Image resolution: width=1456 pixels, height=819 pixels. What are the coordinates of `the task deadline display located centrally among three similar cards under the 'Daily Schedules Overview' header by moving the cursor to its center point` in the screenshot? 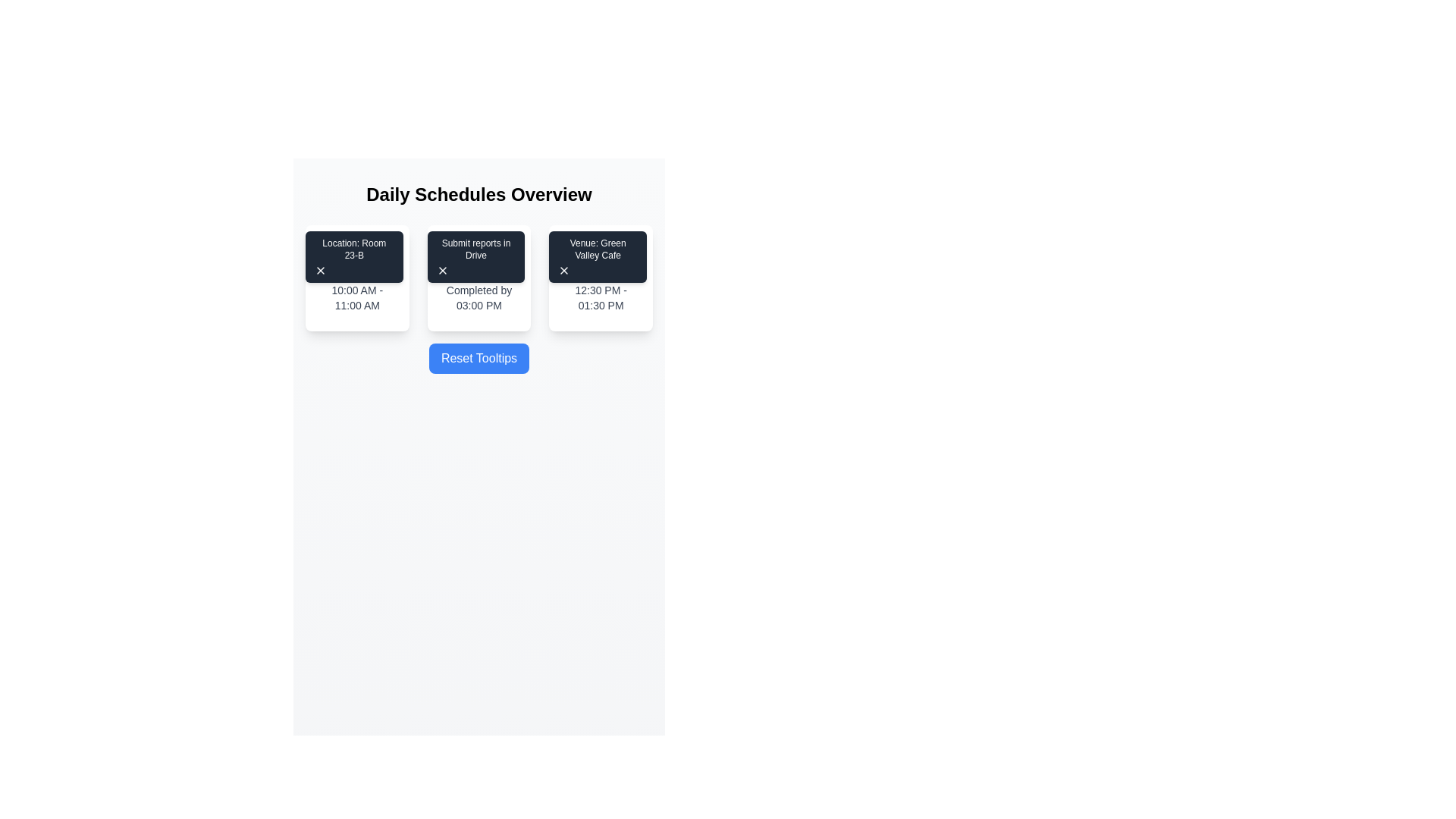 It's located at (479, 278).